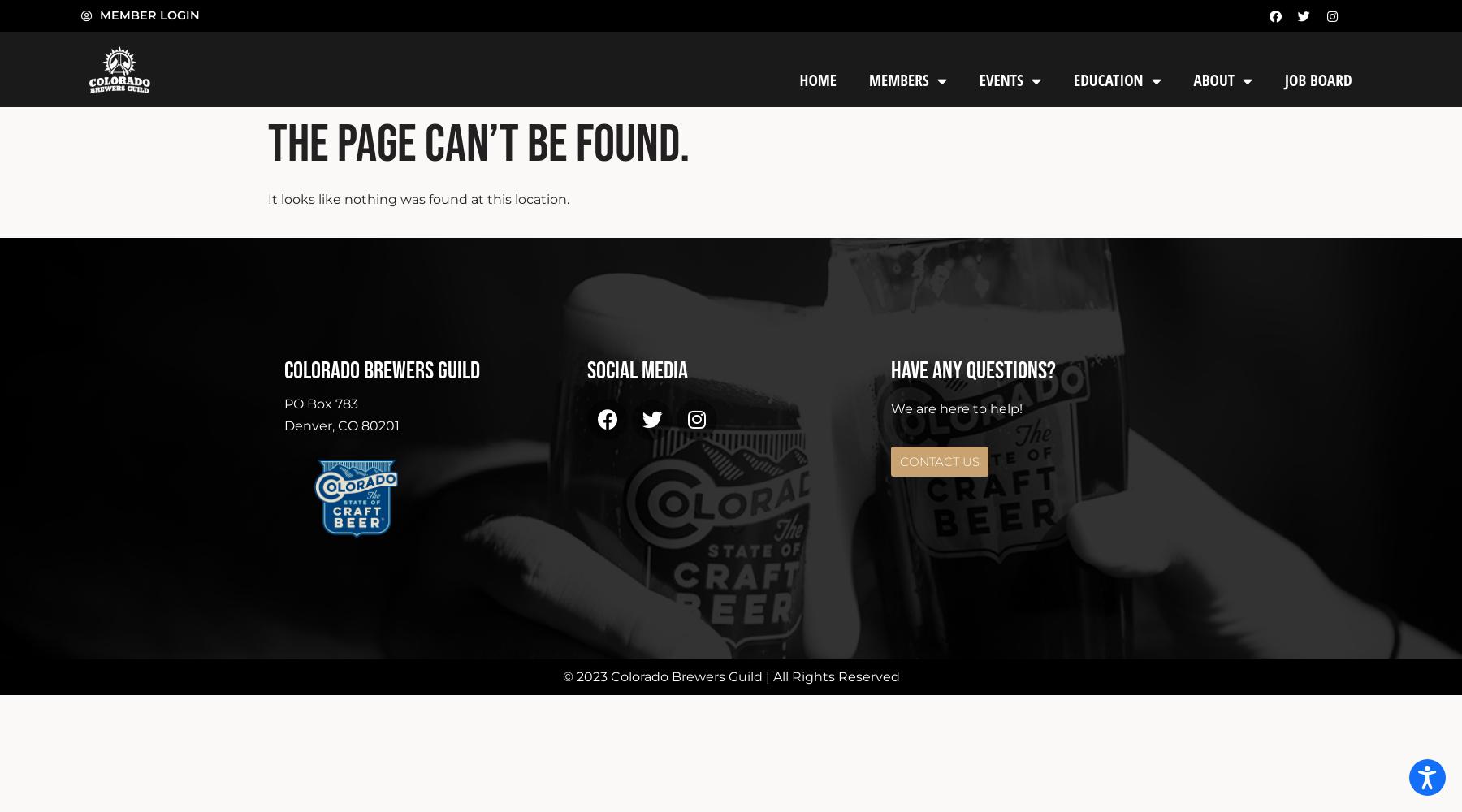 Image resolution: width=1462 pixels, height=812 pixels. What do you see at coordinates (730, 675) in the screenshot?
I see `'© 2023 Colorado Brewers Guild | All Rights Reserved'` at bounding box center [730, 675].